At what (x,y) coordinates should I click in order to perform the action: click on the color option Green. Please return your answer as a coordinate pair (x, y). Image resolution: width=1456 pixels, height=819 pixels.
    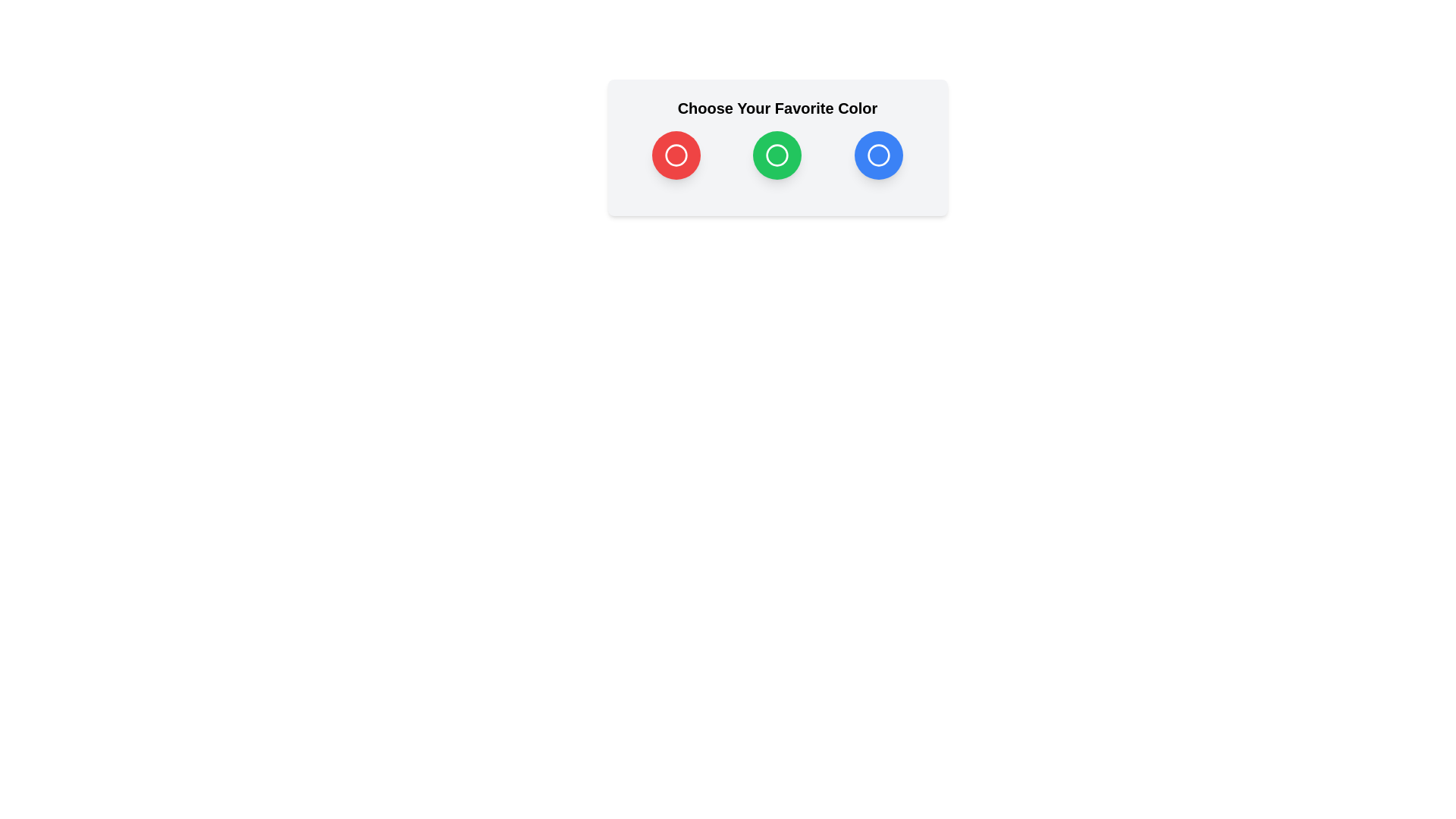
    Looking at the image, I should click on (777, 155).